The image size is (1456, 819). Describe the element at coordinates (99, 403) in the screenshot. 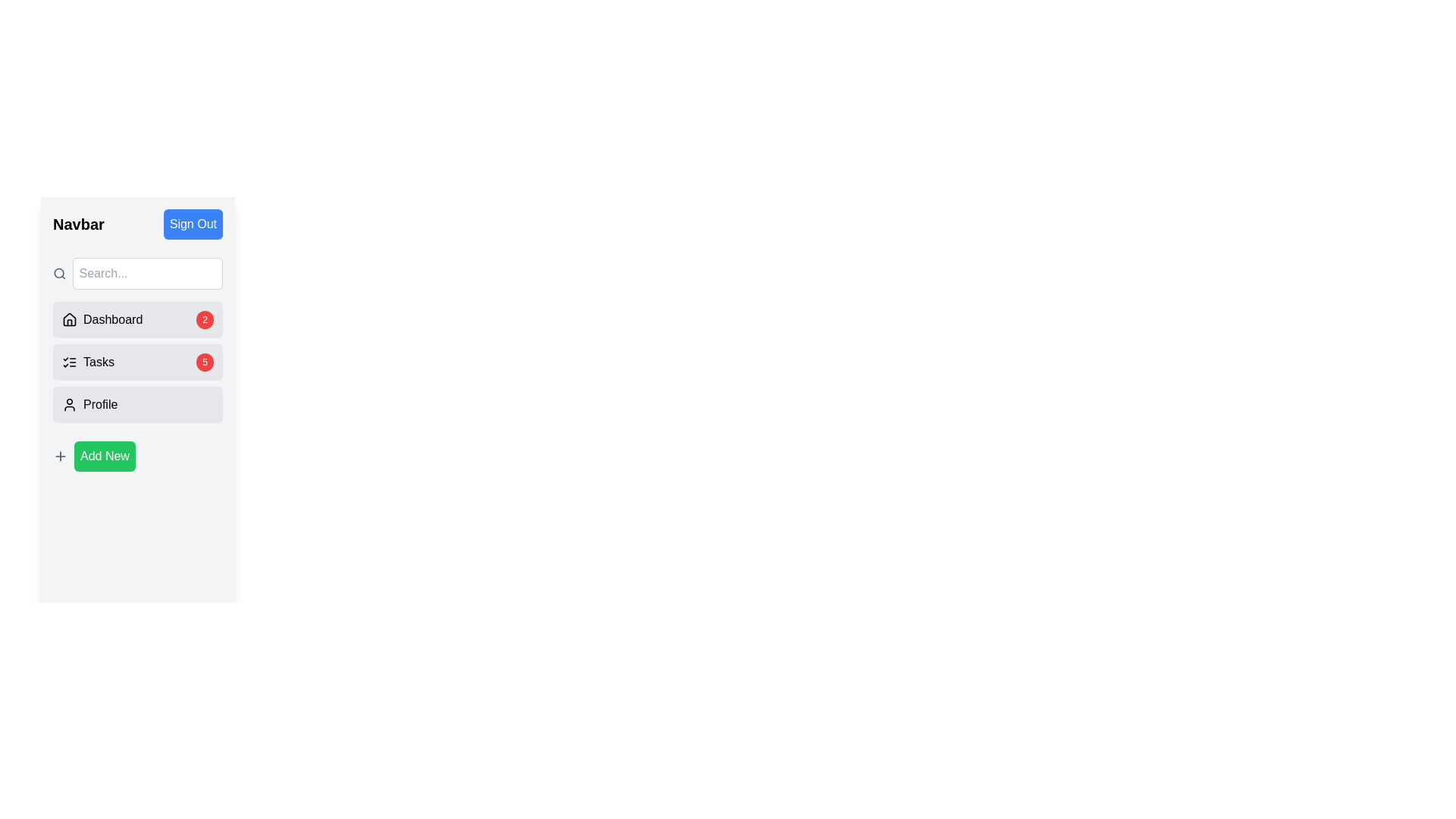

I see `text 'Profile' located in the lower segment of the vertical navigation menu, next to the user icon` at that location.